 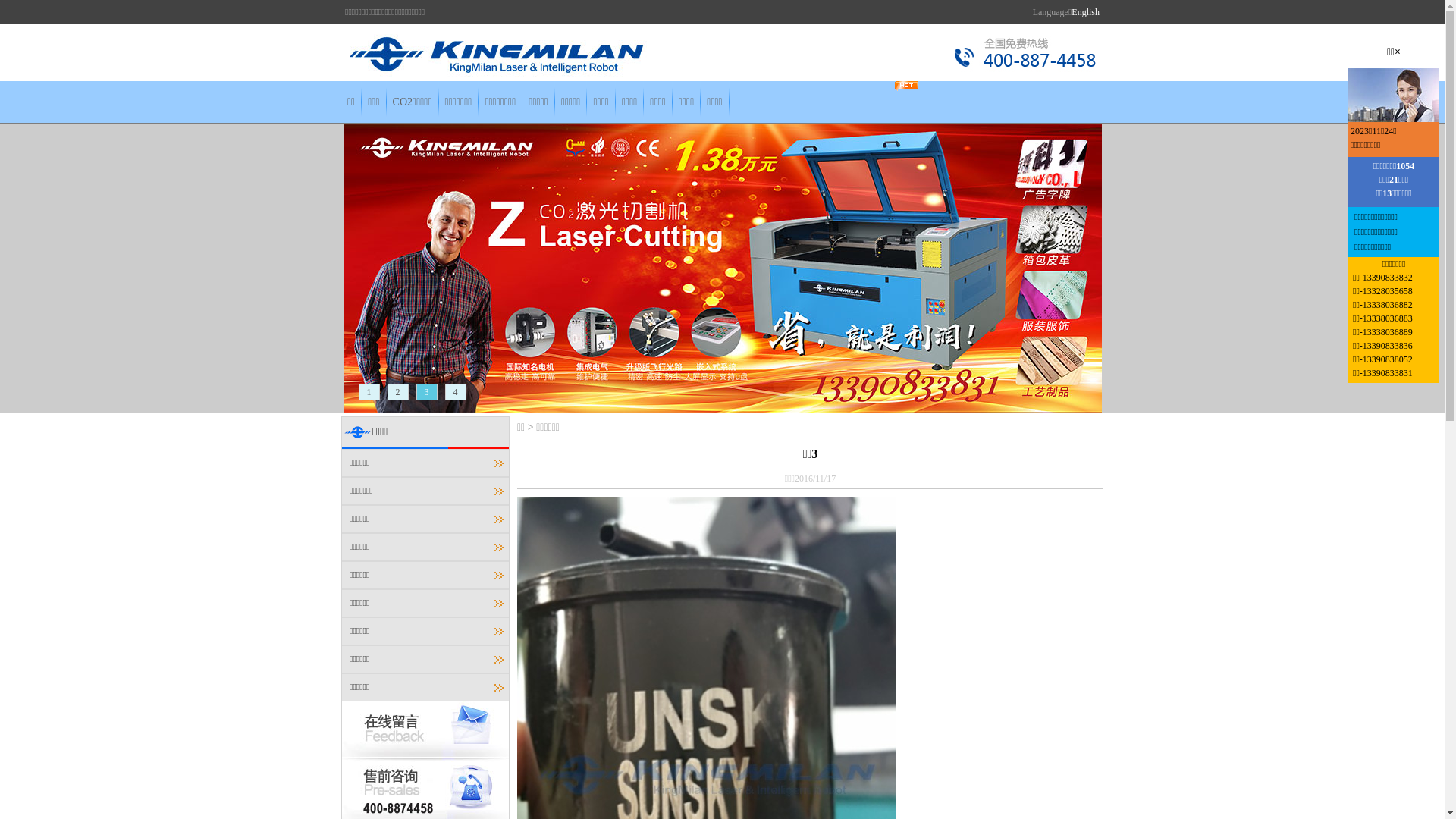 What do you see at coordinates (425, 391) in the screenshot?
I see `'3'` at bounding box center [425, 391].